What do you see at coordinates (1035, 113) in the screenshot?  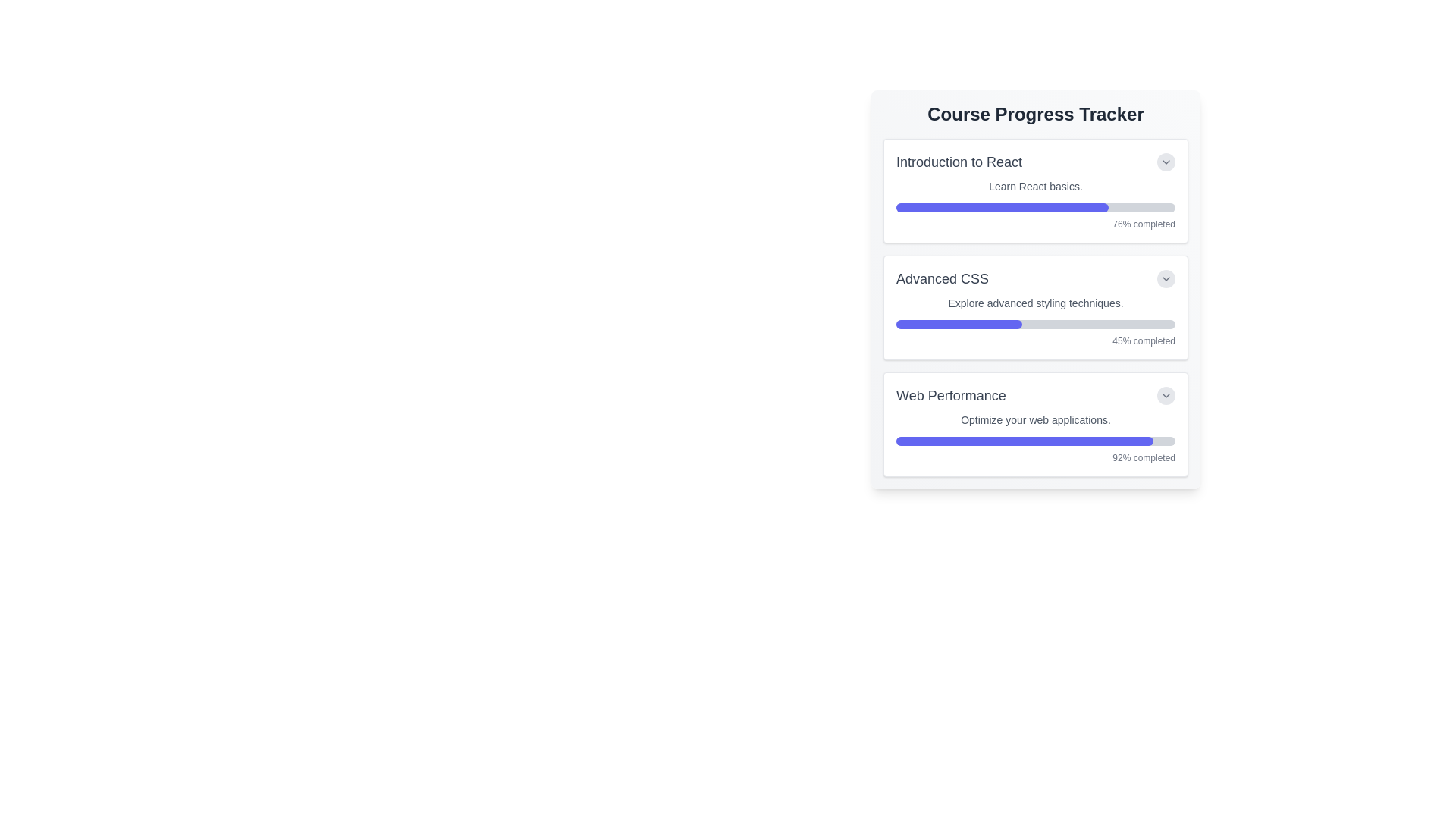 I see `the Text Header element located at the top of the card, which indicates the purpose or content of the section` at bounding box center [1035, 113].